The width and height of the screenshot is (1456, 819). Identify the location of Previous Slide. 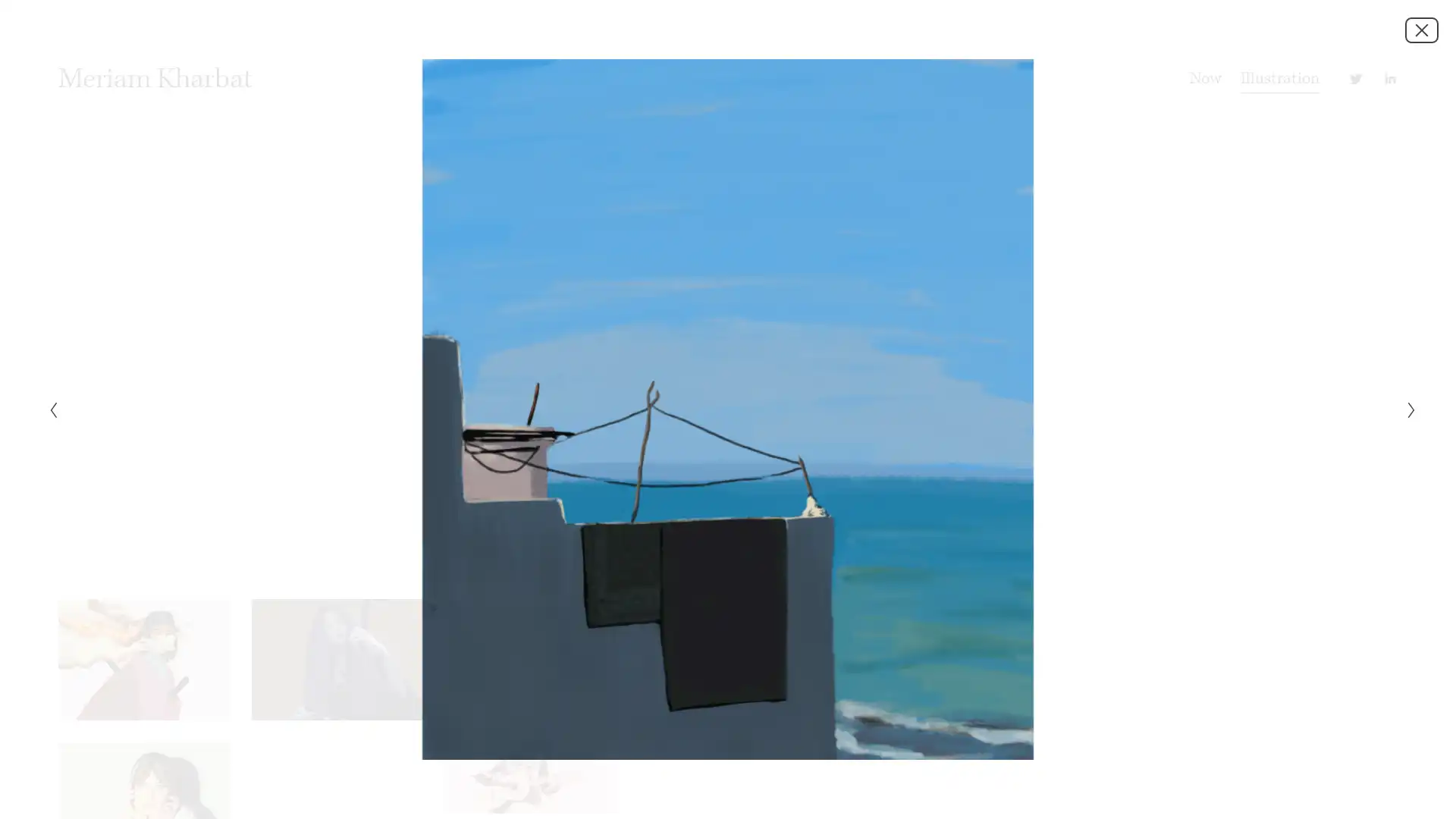
(48, 409).